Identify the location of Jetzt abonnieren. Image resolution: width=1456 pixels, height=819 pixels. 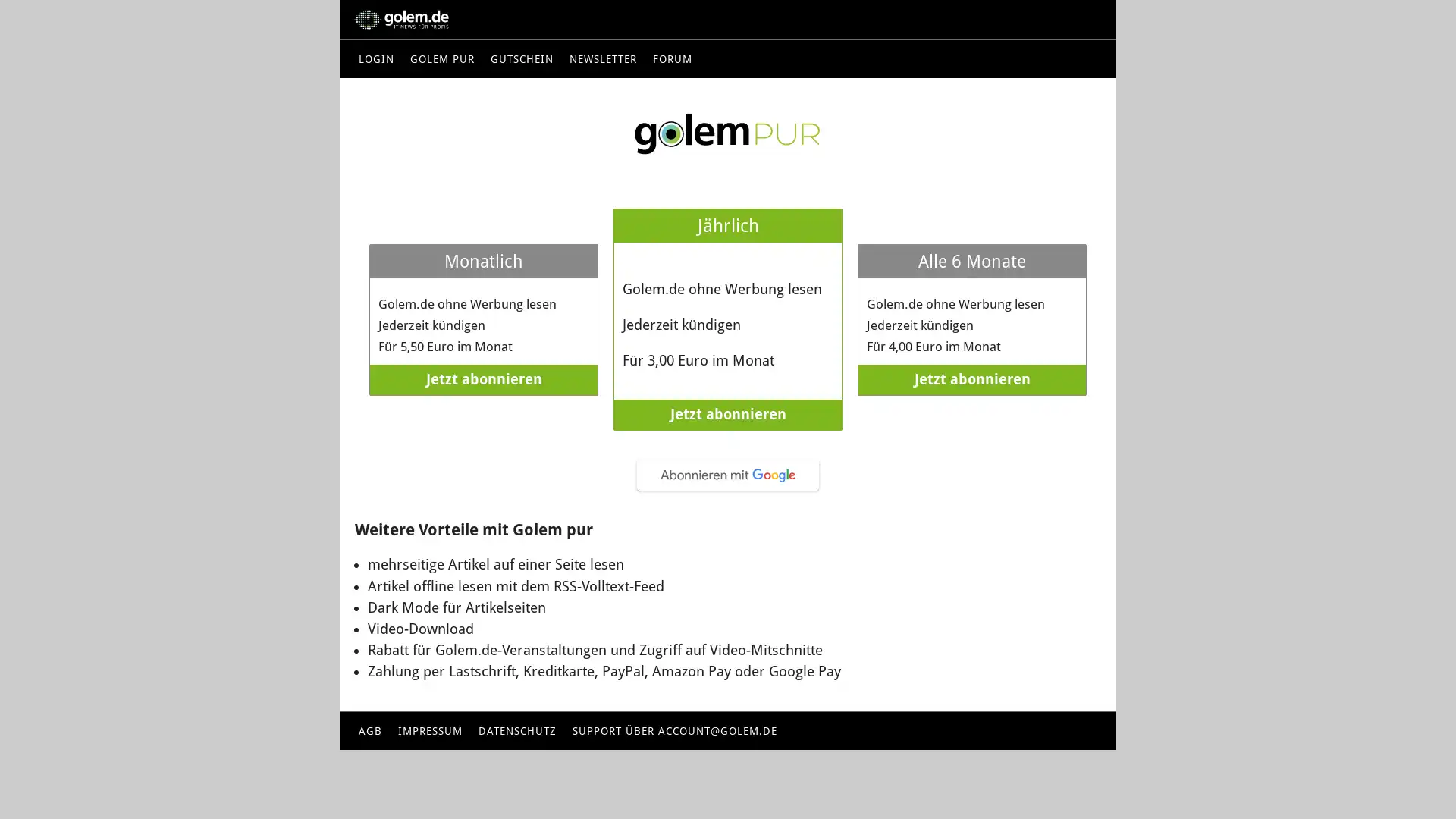
(728, 415).